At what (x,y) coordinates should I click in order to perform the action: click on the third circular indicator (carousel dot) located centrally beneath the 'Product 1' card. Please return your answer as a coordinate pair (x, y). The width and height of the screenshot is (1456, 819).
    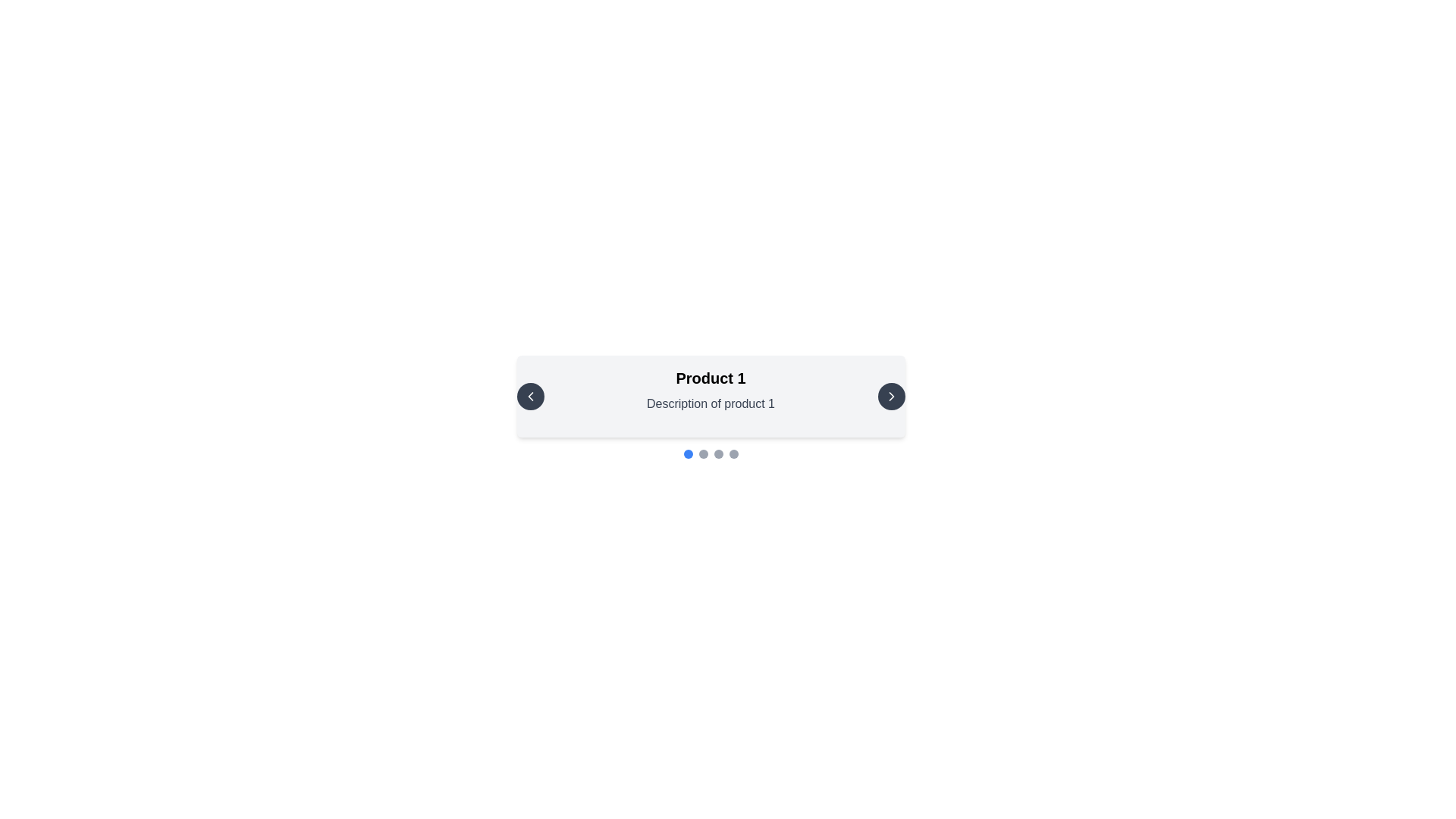
    Looking at the image, I should click on (717, 453).